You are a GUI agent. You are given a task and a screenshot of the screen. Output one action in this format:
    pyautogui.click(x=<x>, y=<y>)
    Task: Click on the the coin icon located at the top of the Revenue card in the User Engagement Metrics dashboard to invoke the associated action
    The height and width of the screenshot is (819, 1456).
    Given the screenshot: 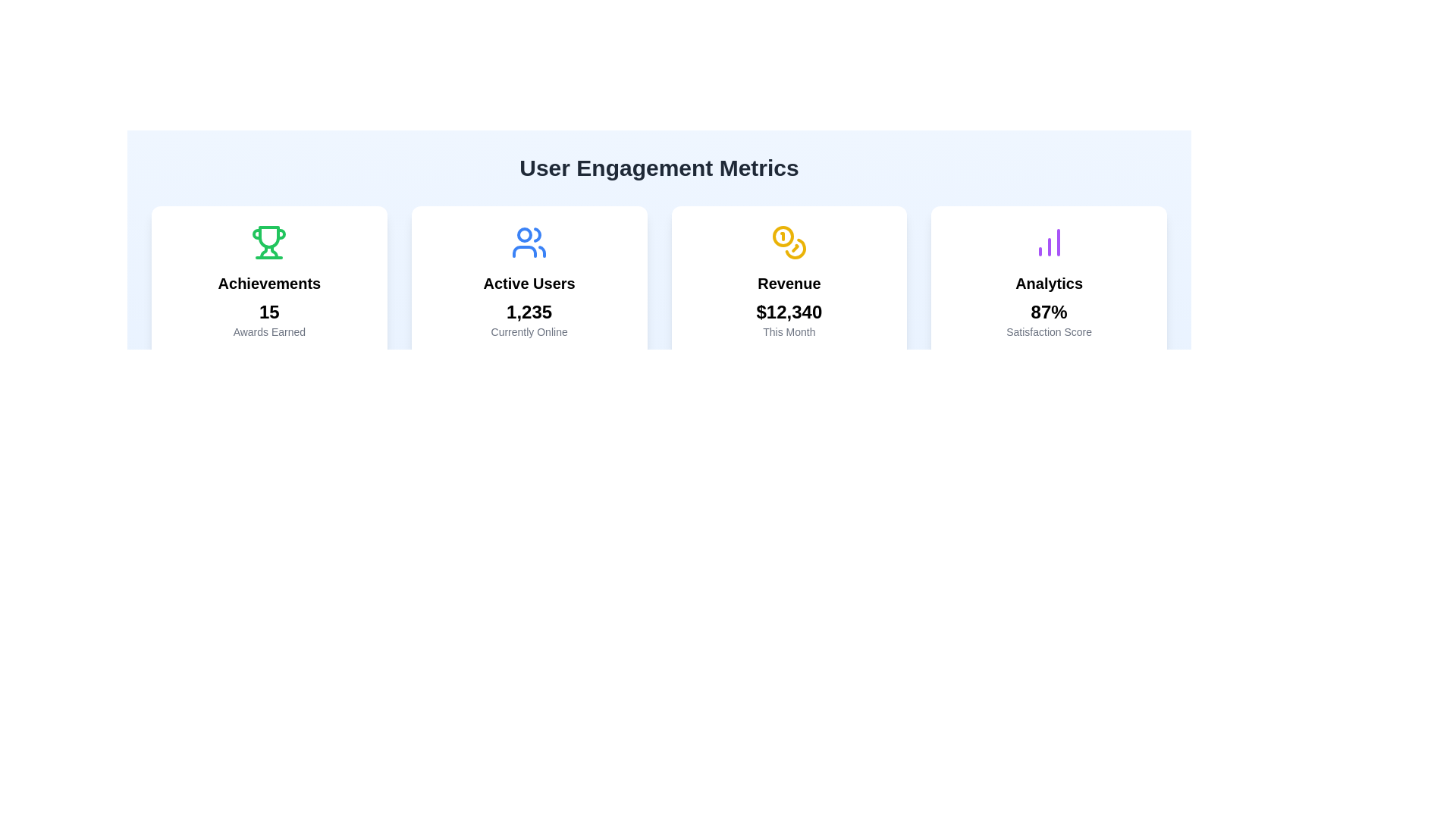 What is the action you would take?
    pyautogui.click(x=789, y=242)
    